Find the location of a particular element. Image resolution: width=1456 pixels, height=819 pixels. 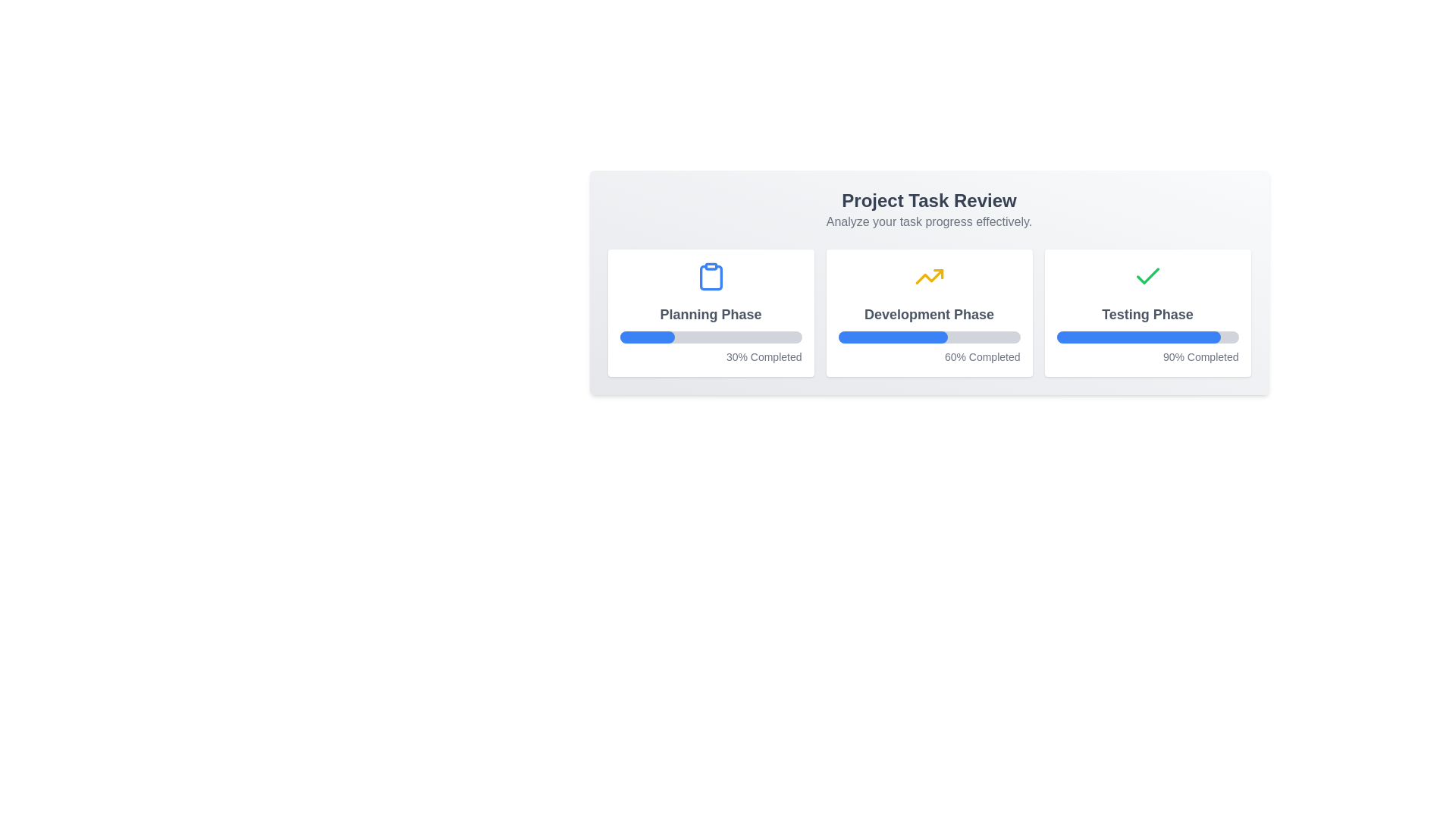

the green checkmark icon that indicates the completion of the 'Testing Phase' task, located in the top center of the third card in a horizontally-aligned layout is located at coordinates (1147, 277).